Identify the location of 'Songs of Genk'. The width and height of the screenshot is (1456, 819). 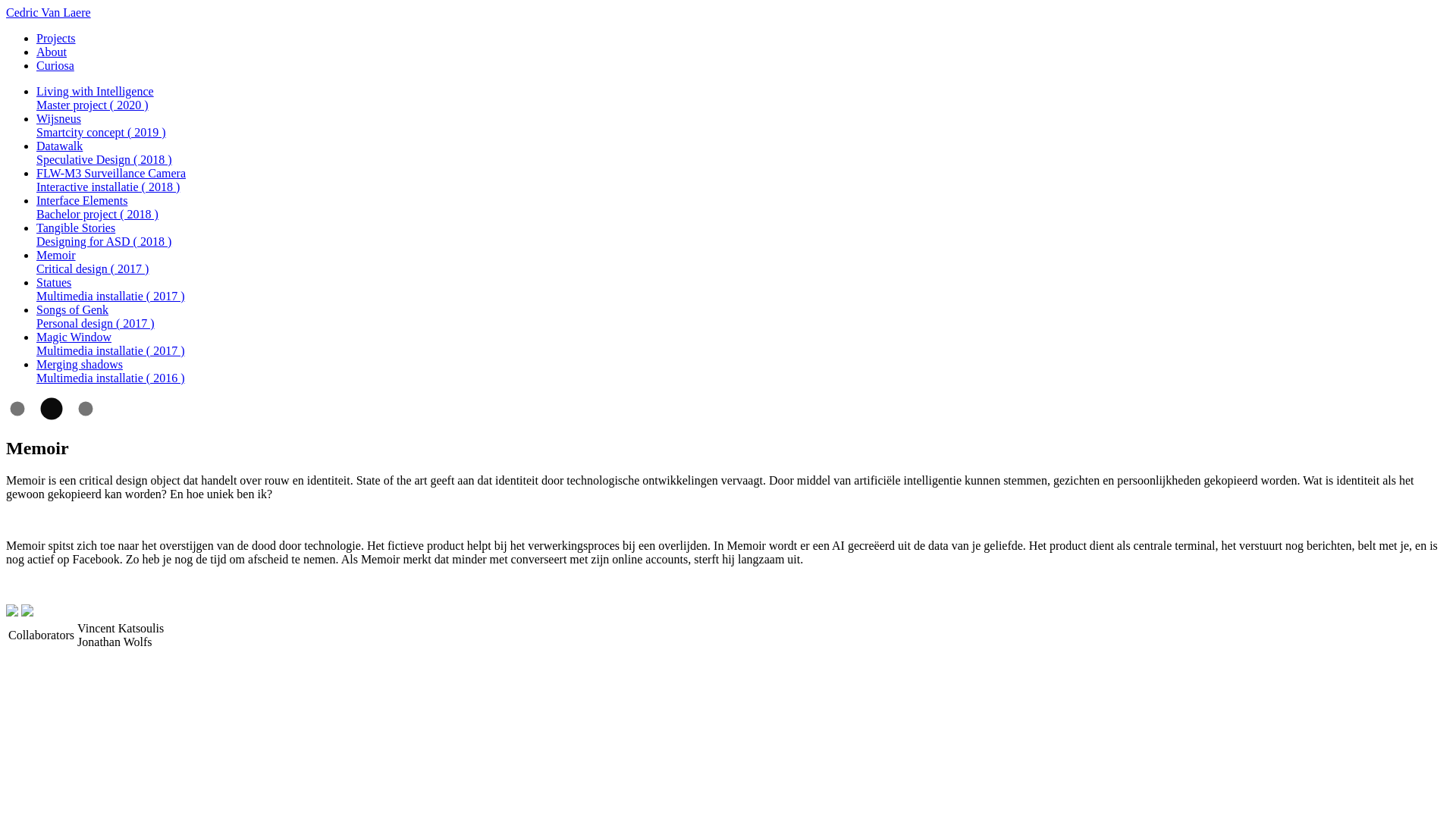
(71, 309).